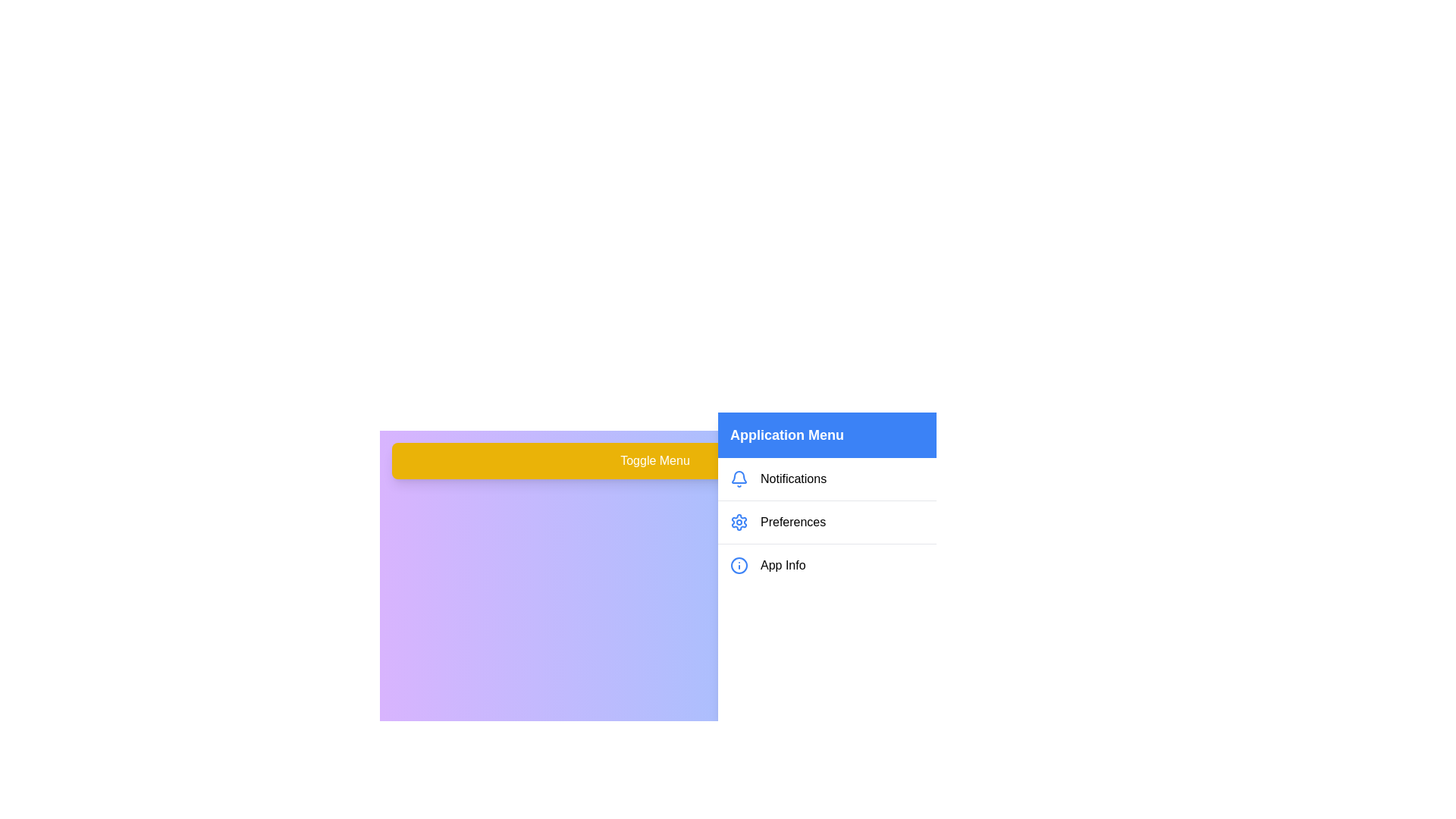 The width and height of the screenshot is (1456, 819). I want to click on the 'Preferences' menu item, so click(826, 521).